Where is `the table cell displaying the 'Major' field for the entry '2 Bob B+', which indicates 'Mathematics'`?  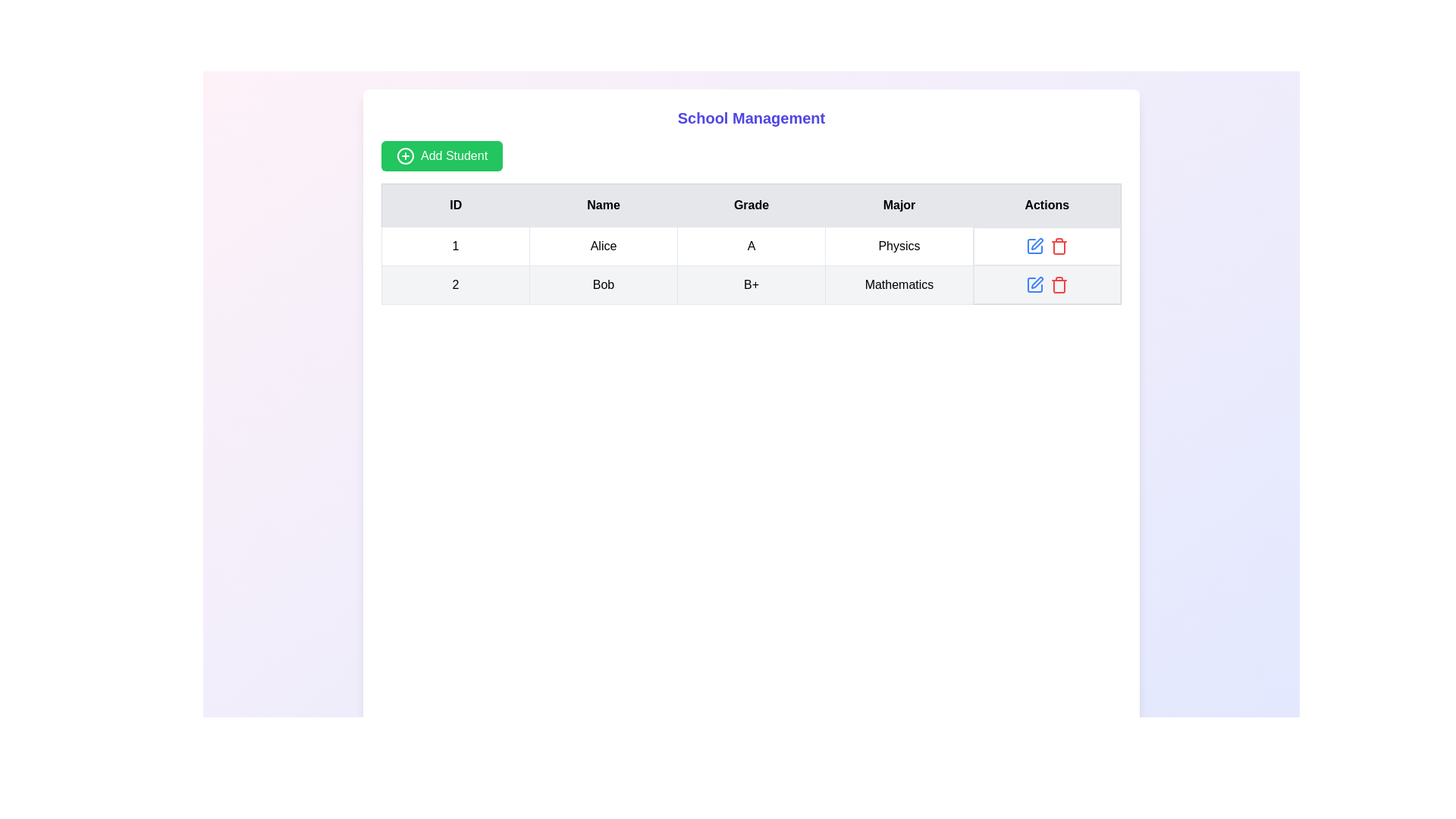
the table cell displaying the 'Major' field for the entry '2 Bob B+', which indicates 'Mathematics' is located at coordinates (899, 284).